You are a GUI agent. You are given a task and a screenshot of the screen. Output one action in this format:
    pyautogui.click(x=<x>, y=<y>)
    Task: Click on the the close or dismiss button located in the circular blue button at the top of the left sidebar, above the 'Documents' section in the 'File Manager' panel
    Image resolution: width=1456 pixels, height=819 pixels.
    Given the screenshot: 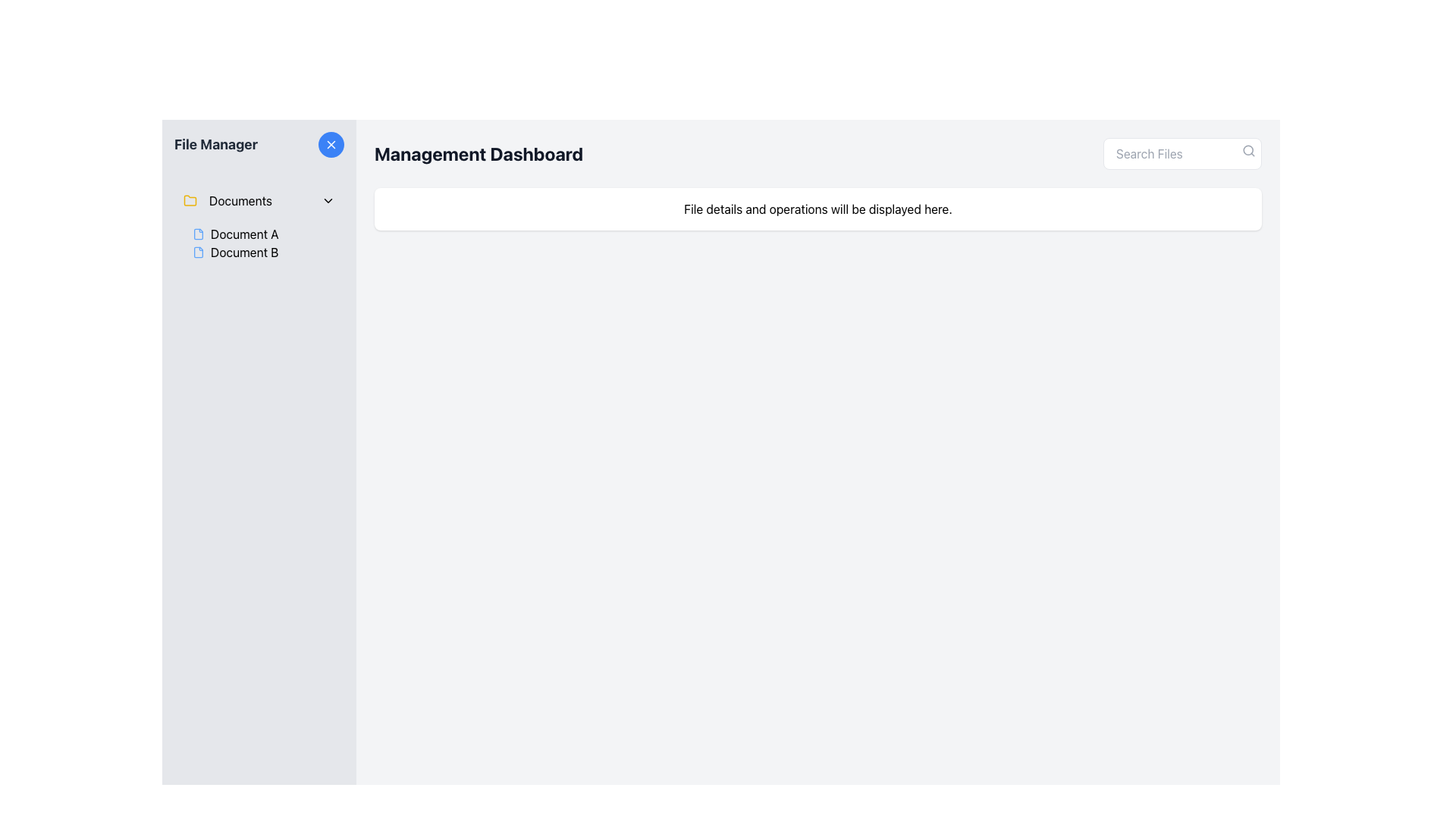 What is the action you would take?
    pyautogui.click(x=330, y=145)
    